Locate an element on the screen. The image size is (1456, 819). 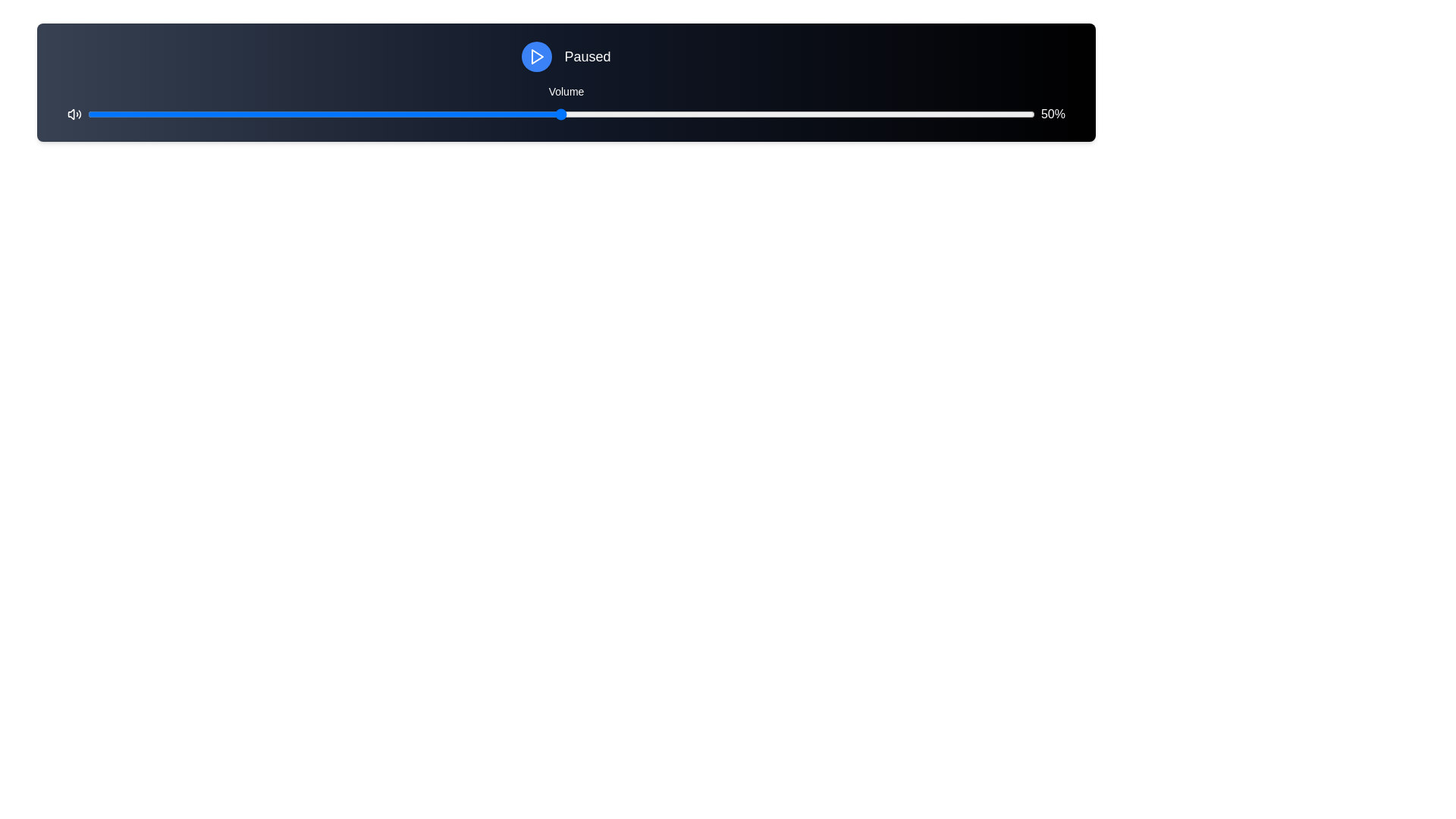
the volume is located at coordinates (475, 113).